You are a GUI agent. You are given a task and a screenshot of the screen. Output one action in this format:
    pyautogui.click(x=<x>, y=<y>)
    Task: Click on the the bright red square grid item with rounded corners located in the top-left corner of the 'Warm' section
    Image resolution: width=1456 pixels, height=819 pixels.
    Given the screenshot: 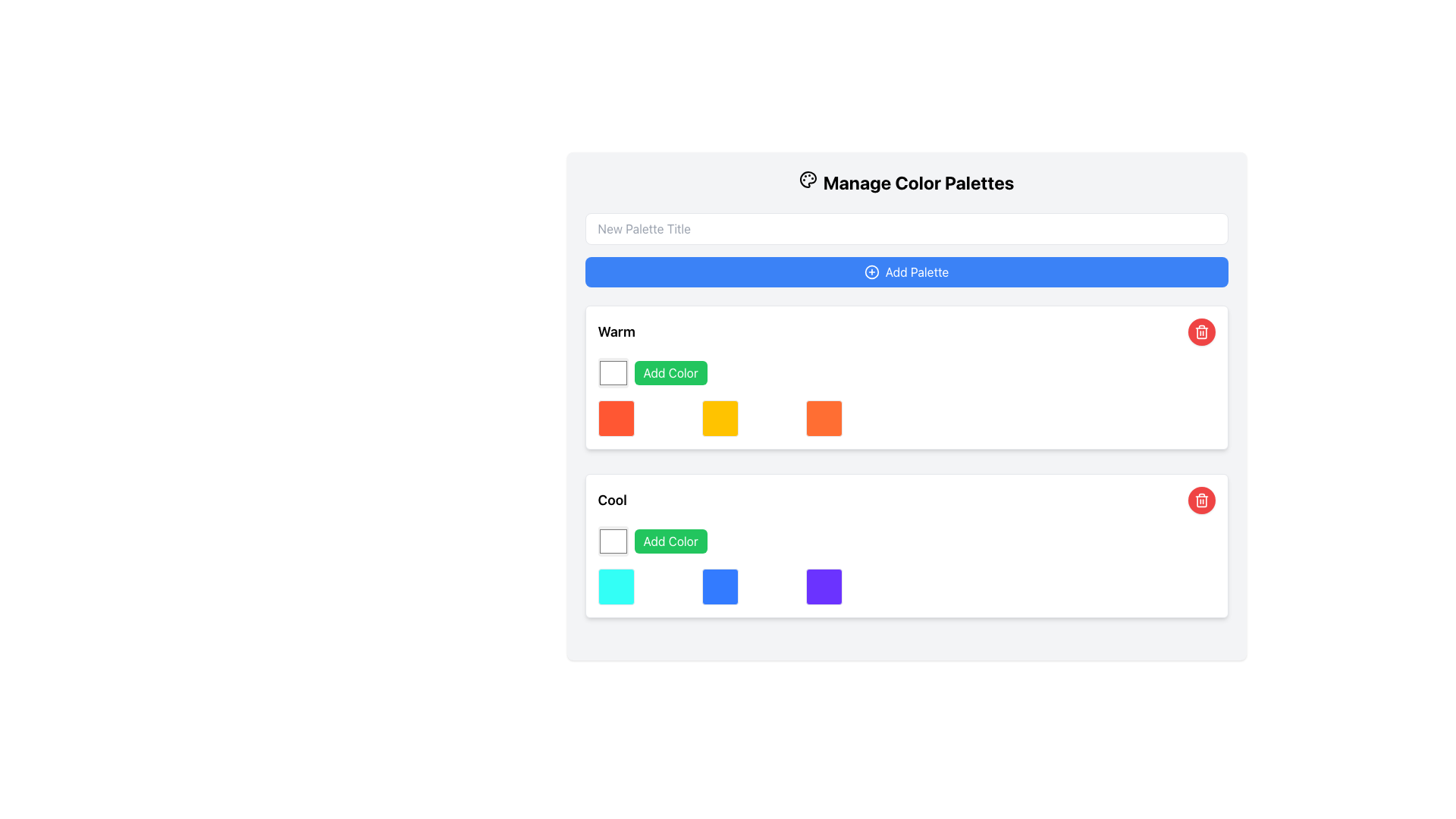 What is the action you would take?
    pyautogui.click(x=616, y=418)
    